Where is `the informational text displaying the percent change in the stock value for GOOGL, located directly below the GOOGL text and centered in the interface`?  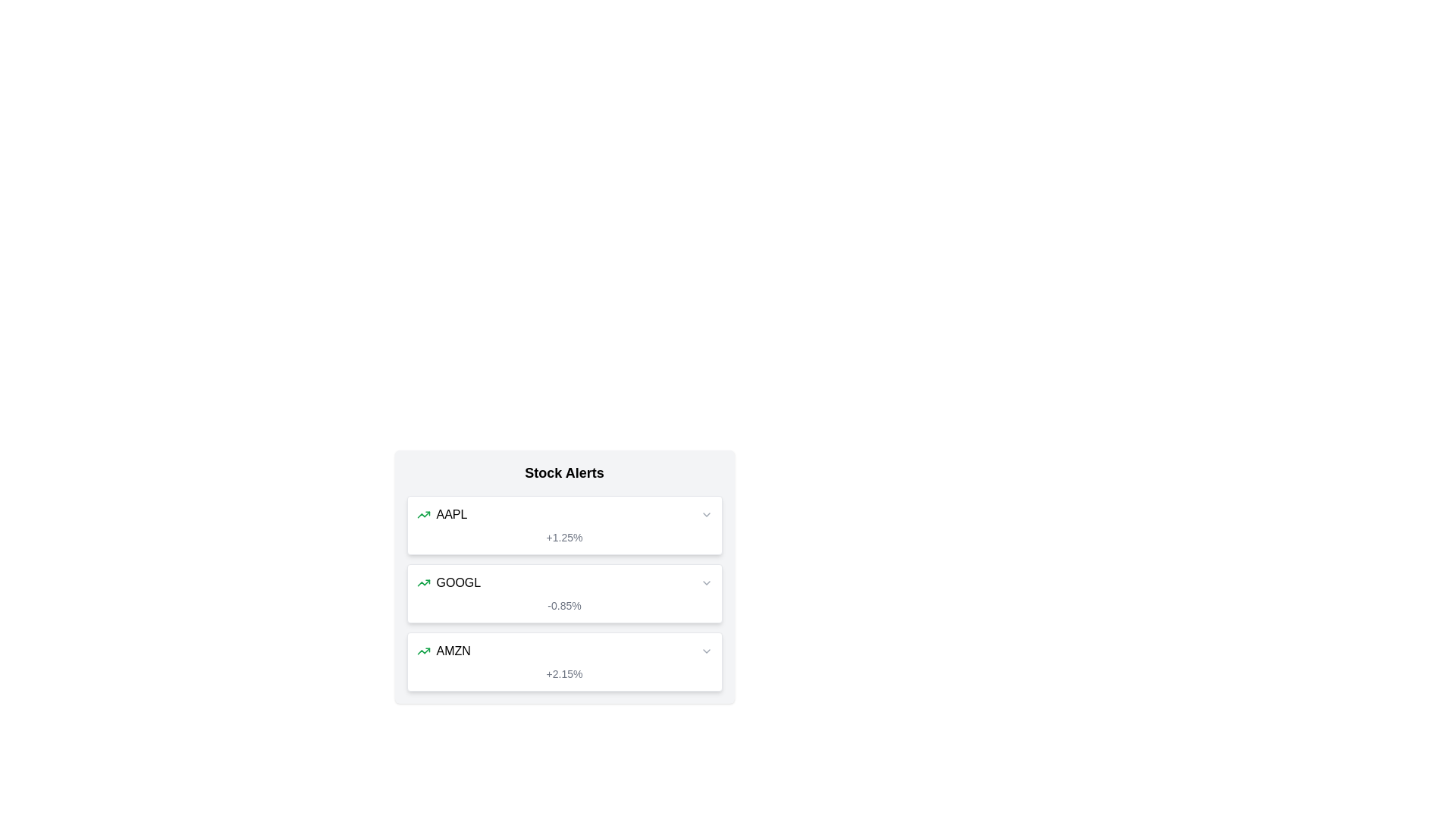 the informational text displaying the percent change in the stock value for GOOGL, located directly below the GOOGL text and centered in the interface is located at coordinates (563, 604).